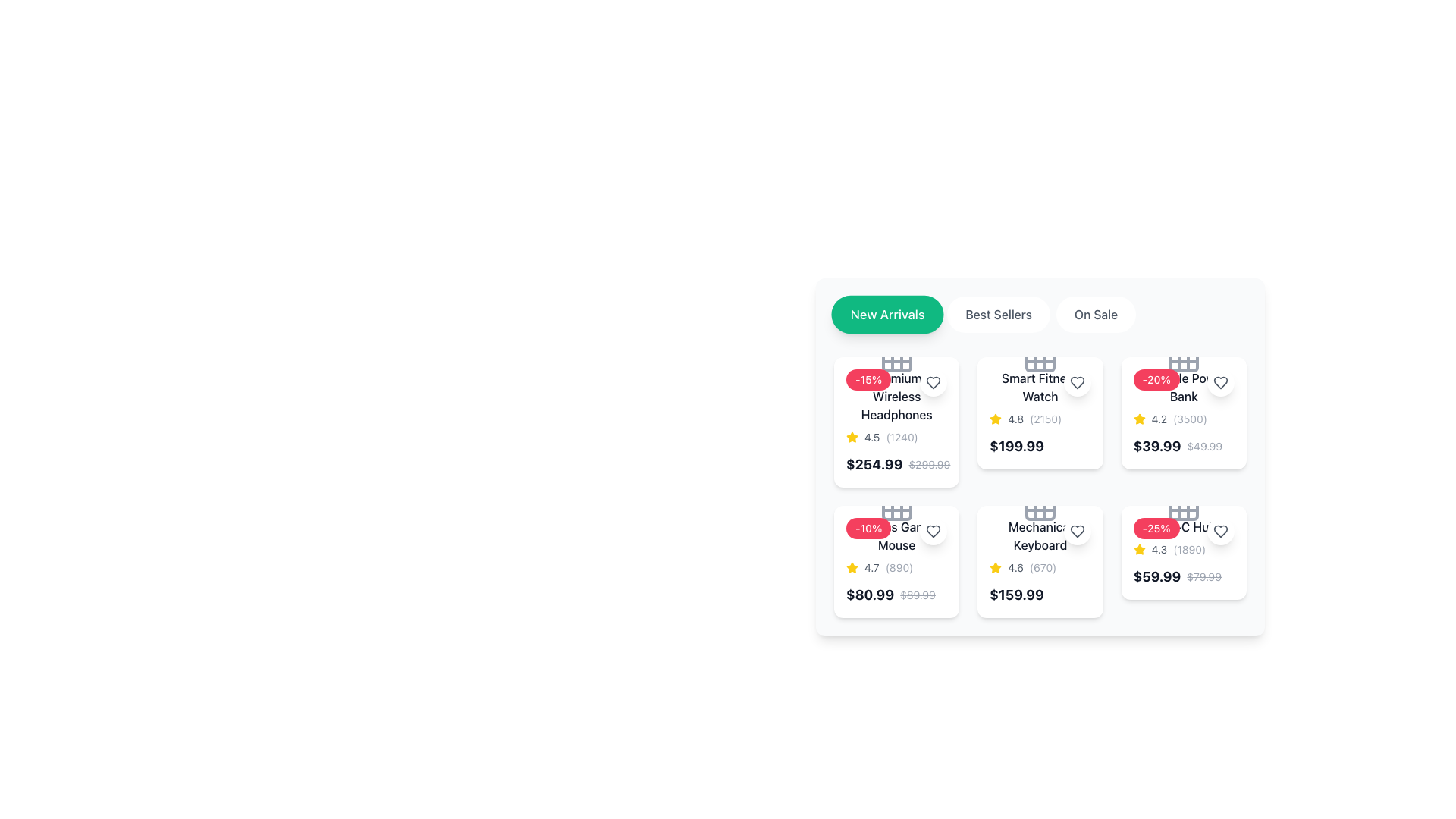  I want to click on the heart icon in the top-right corner of the product card for 'Premium Wireless Headphones' to mark it as a favorite, so click(933, 382).